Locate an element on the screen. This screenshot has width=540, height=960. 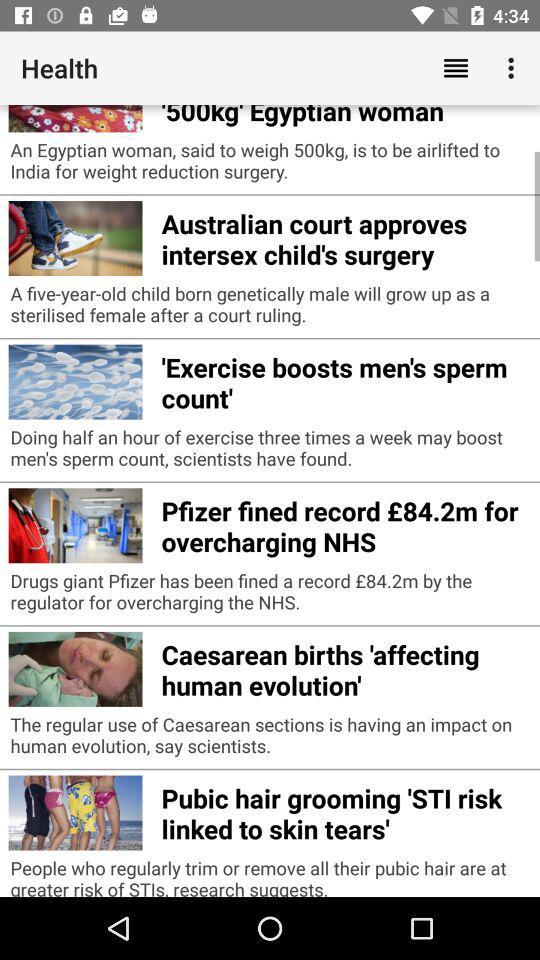
the icon below the an egyptian woman app is located at coordinates (344, 236).